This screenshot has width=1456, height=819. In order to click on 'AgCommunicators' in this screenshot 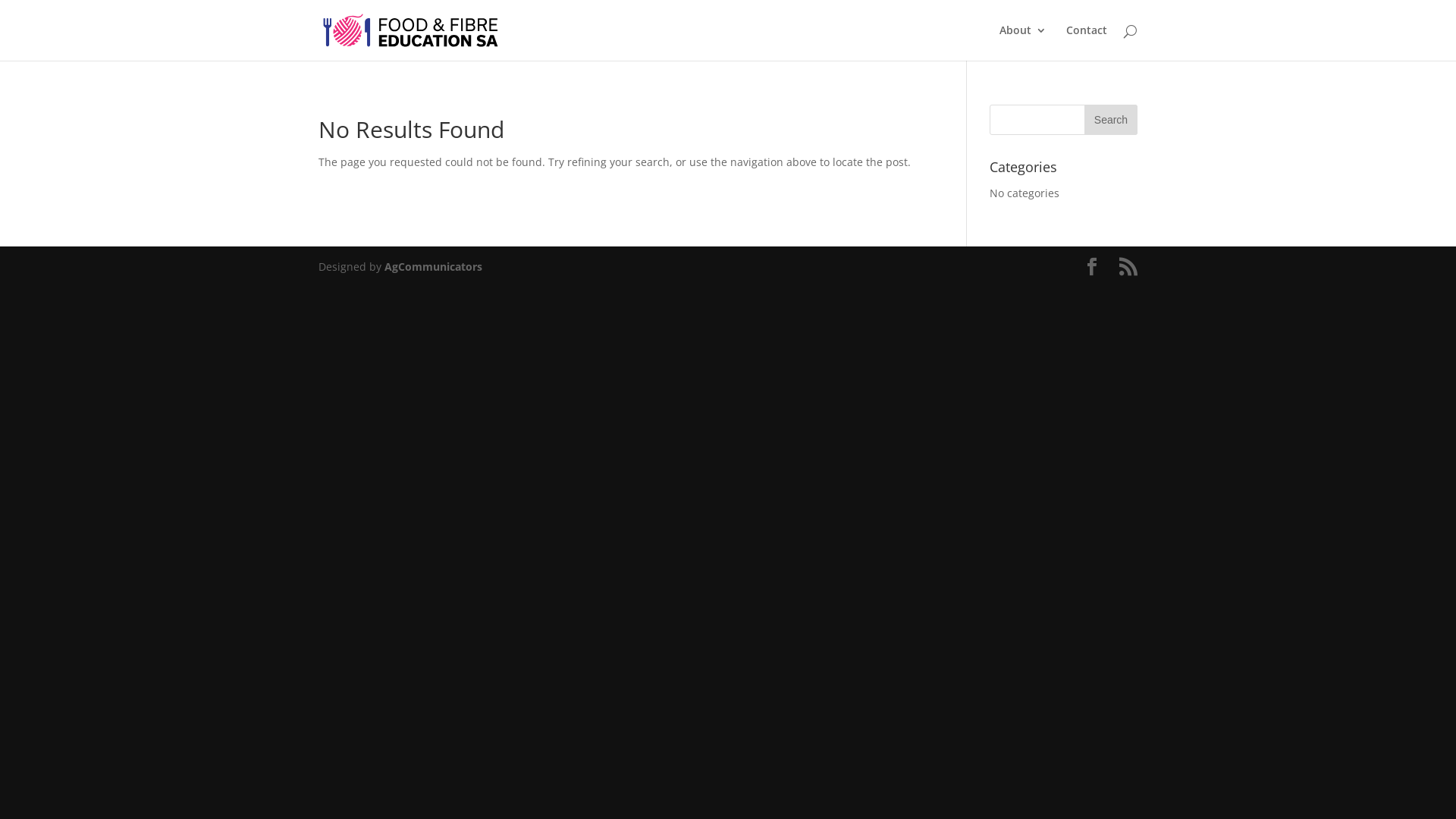, I will do `click(432, 265)`.